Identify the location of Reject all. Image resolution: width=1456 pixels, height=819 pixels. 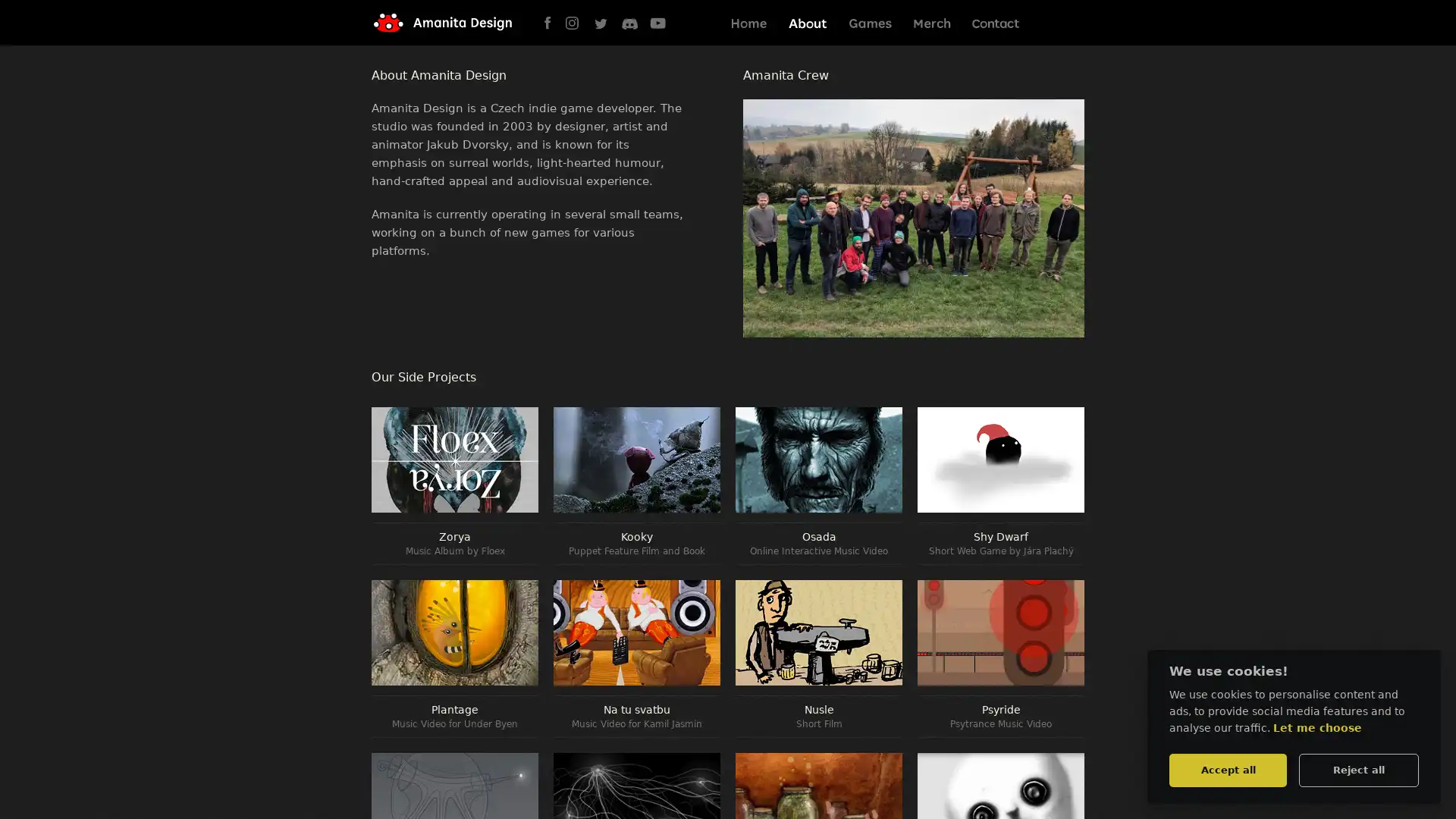
(1358, 769).